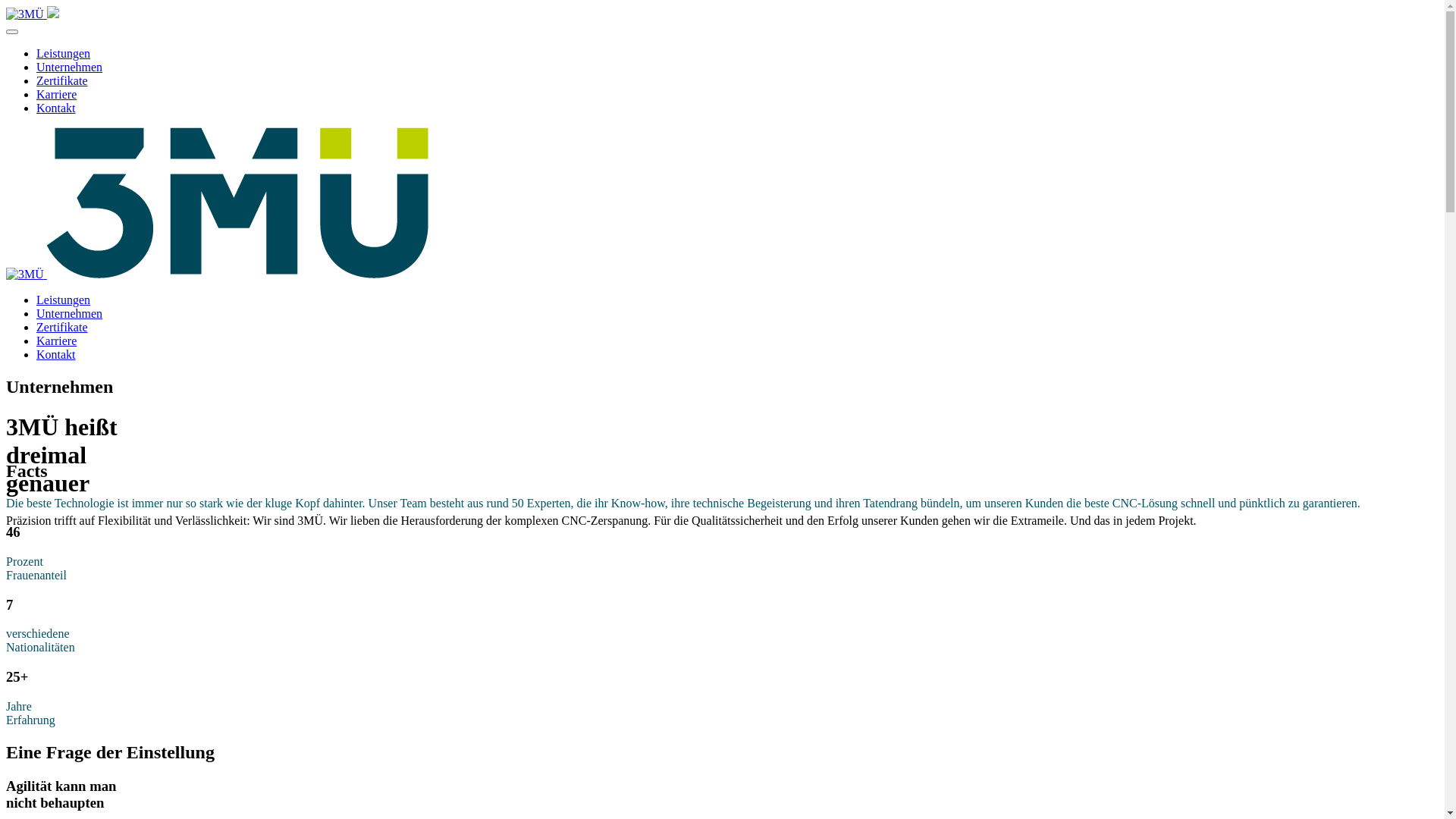 The width and height of the screenshot is (1456, 819). Describe the element at coordinates (36, 312) in the screenshot. I see `'Unternehmen'` at that location.